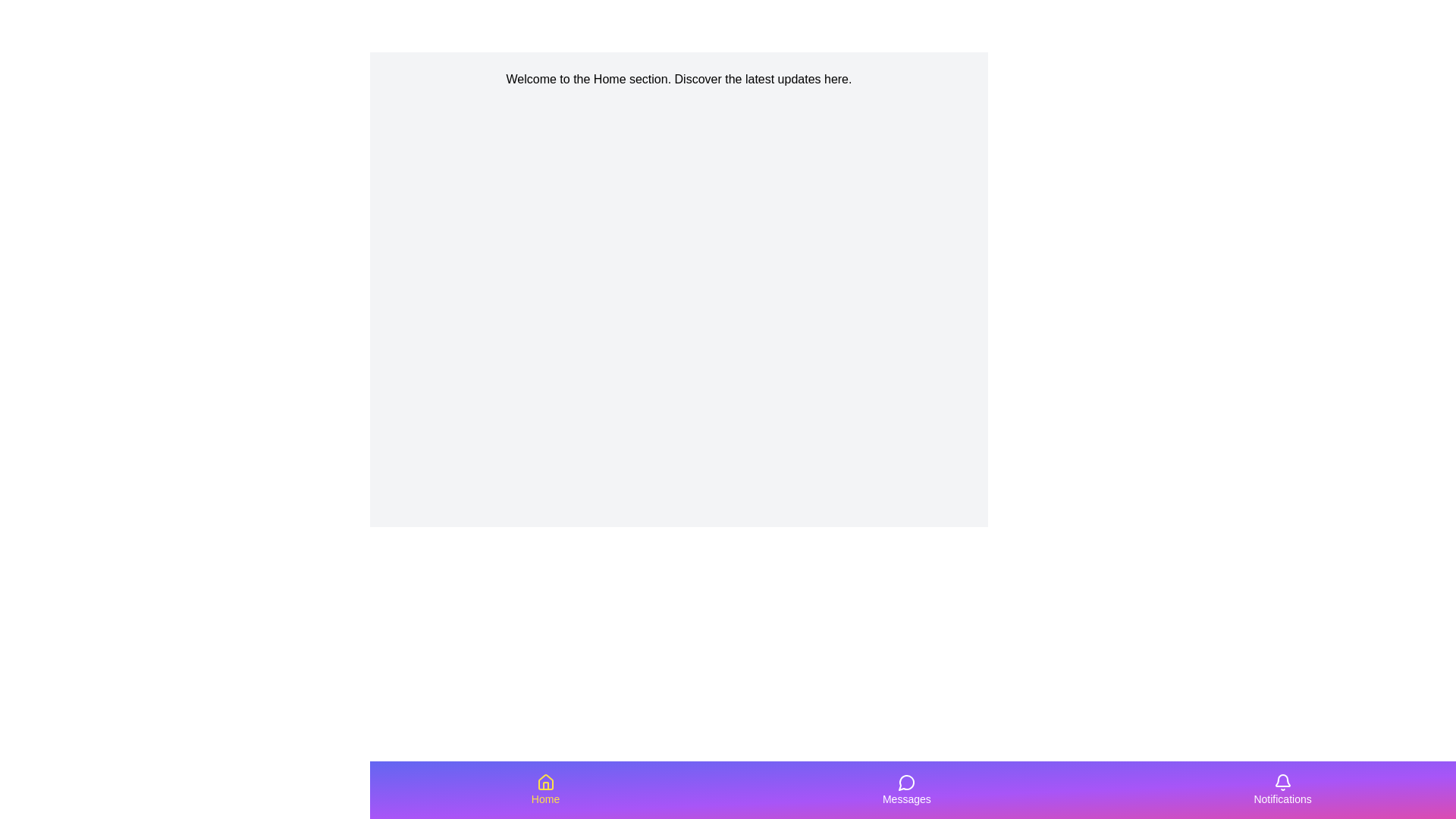  Describe the element at coordinates (545, 798) in the screenshot. I see `the hover animation effects of the 'Home' label displayed in yellow text, located centrally below the house icon in the navigation bar` at that location.